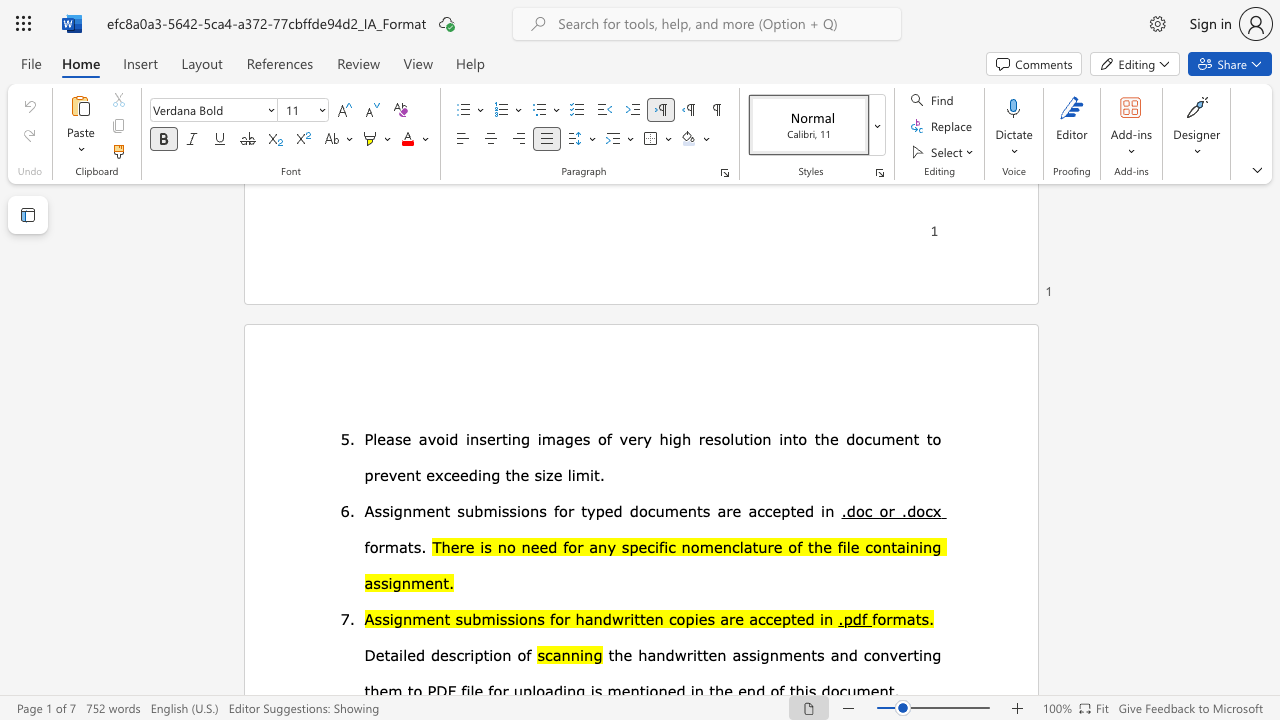 This screenshot has width=1280, height=720. Describe the element at coordinates (805, 617) in the screenshot. I see `the subset text "d in" within the text "Assignment submissions for handwritten copies are accepted in"` at that location.